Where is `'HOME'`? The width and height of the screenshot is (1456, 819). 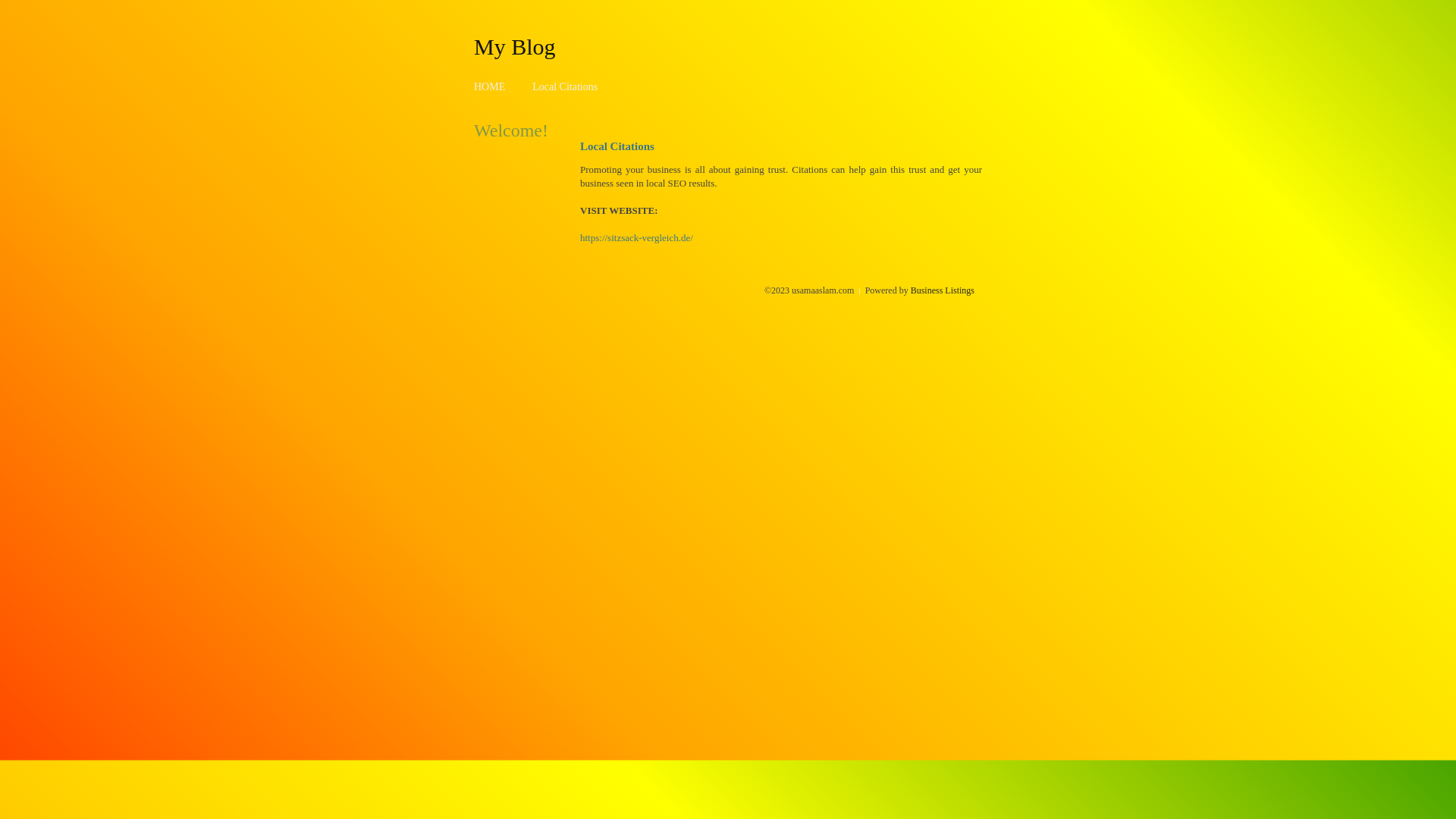
'HOME' is located at coordinates (489, 86).